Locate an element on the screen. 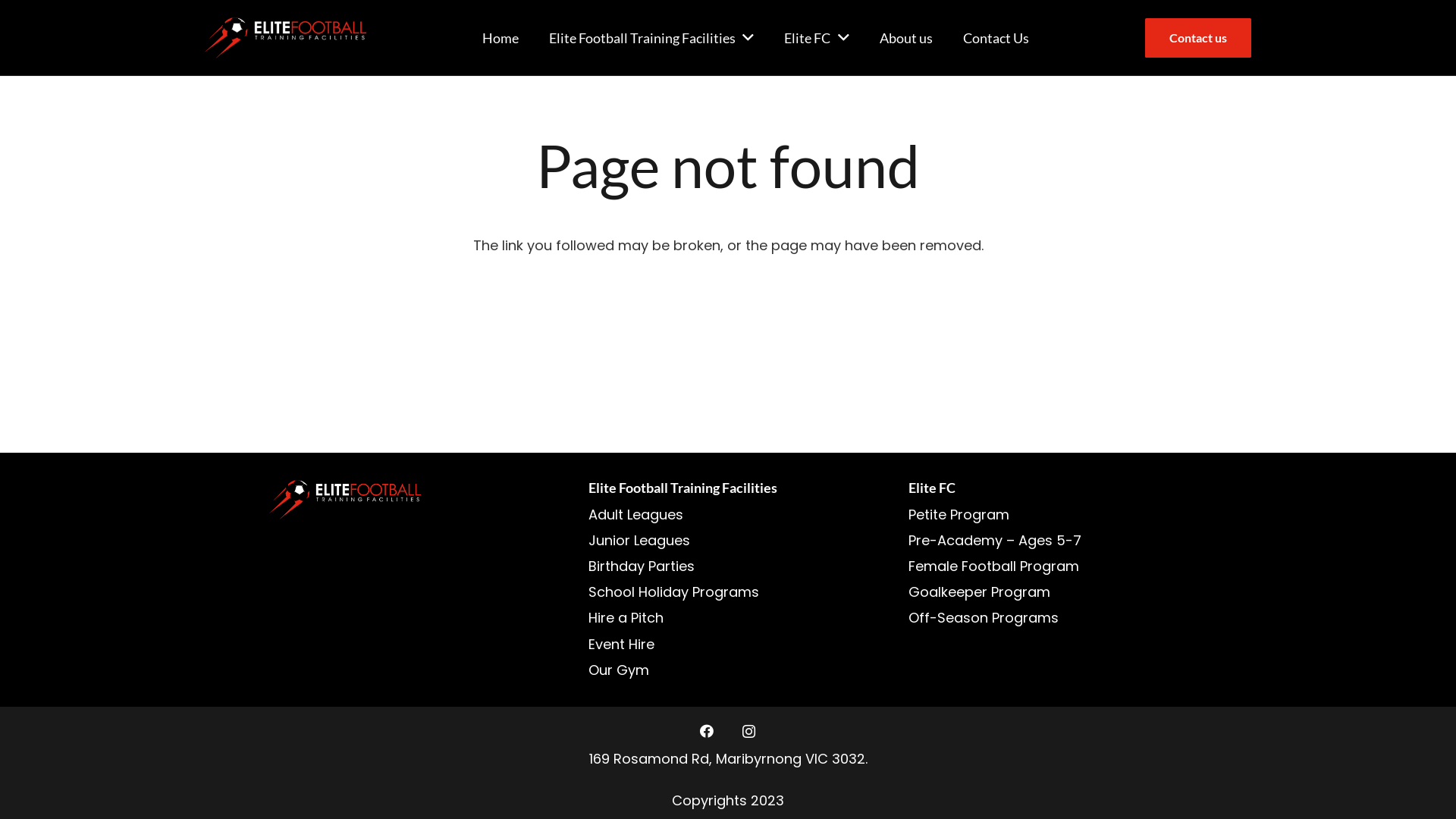 Image resolution: width=1456 pixels, height=819 pixels. 'Our Gym' is located at coordinates (619, 669).